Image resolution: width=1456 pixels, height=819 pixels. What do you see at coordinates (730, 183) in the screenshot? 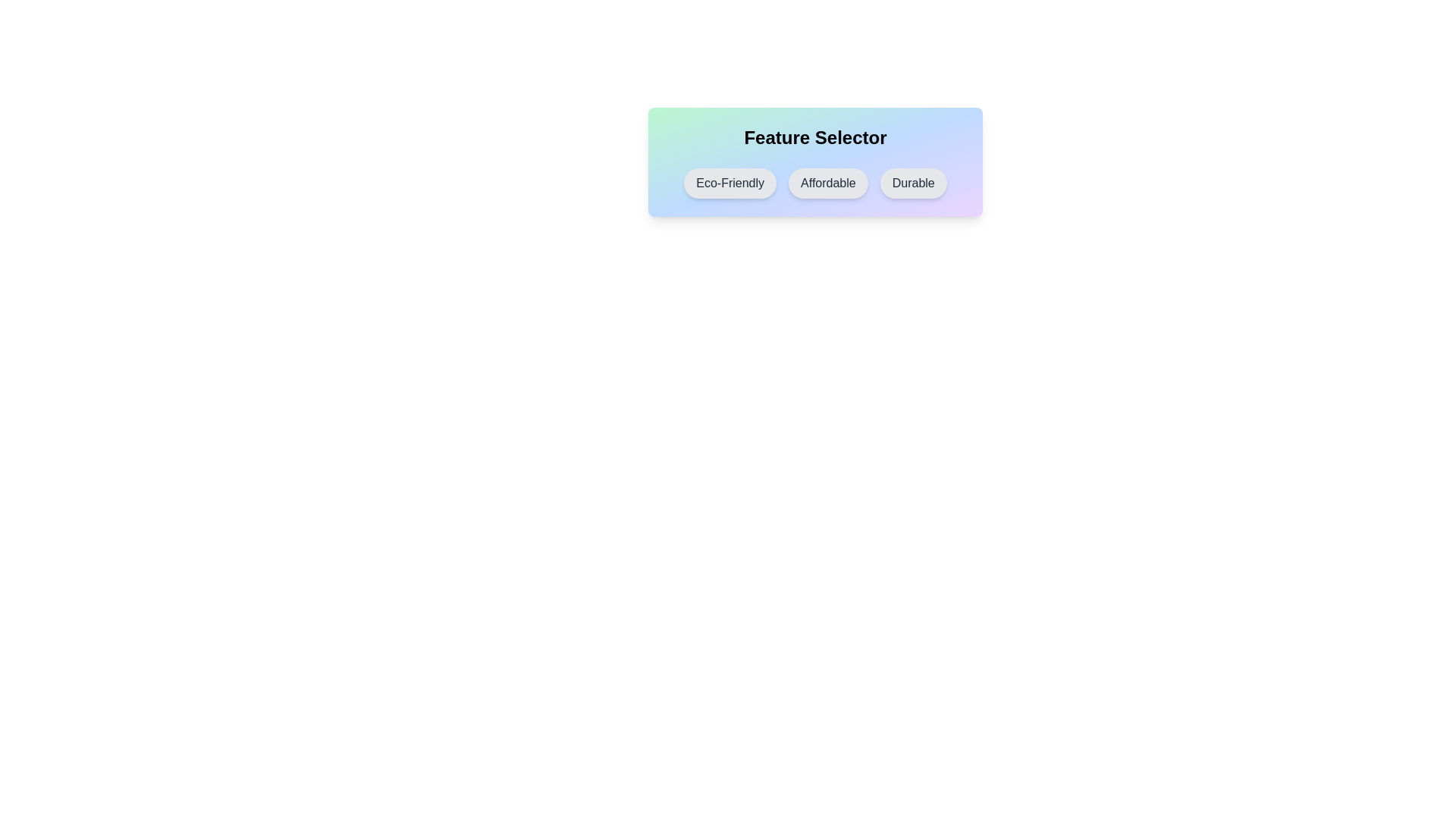
I see `the chip labeled Eco-Friendly to observe its hover effect` at bounding box center [730, 183].